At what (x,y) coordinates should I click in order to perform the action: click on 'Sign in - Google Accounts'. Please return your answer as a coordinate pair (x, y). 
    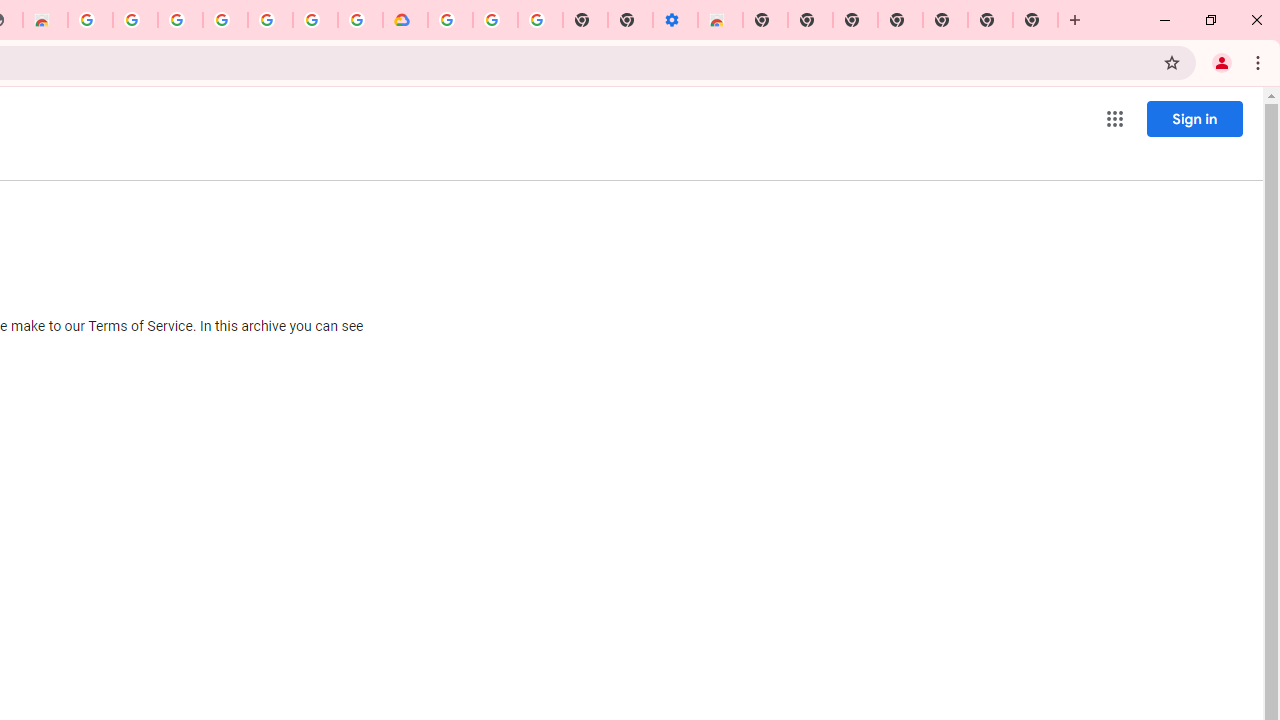
    Looking at the image, I should click on (180, 20).